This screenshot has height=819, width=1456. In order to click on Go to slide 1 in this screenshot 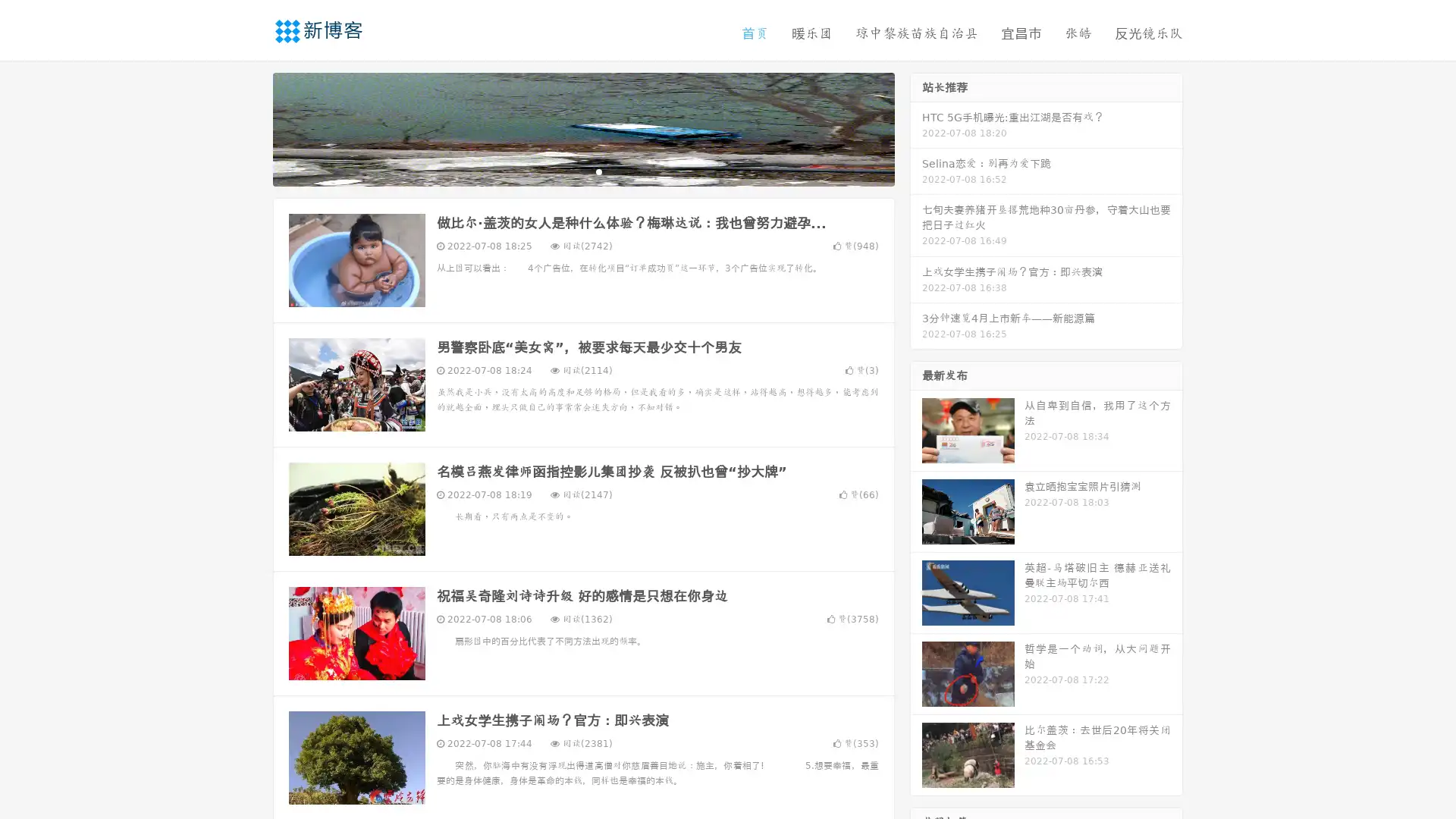, I will do `click(567, 171)`.